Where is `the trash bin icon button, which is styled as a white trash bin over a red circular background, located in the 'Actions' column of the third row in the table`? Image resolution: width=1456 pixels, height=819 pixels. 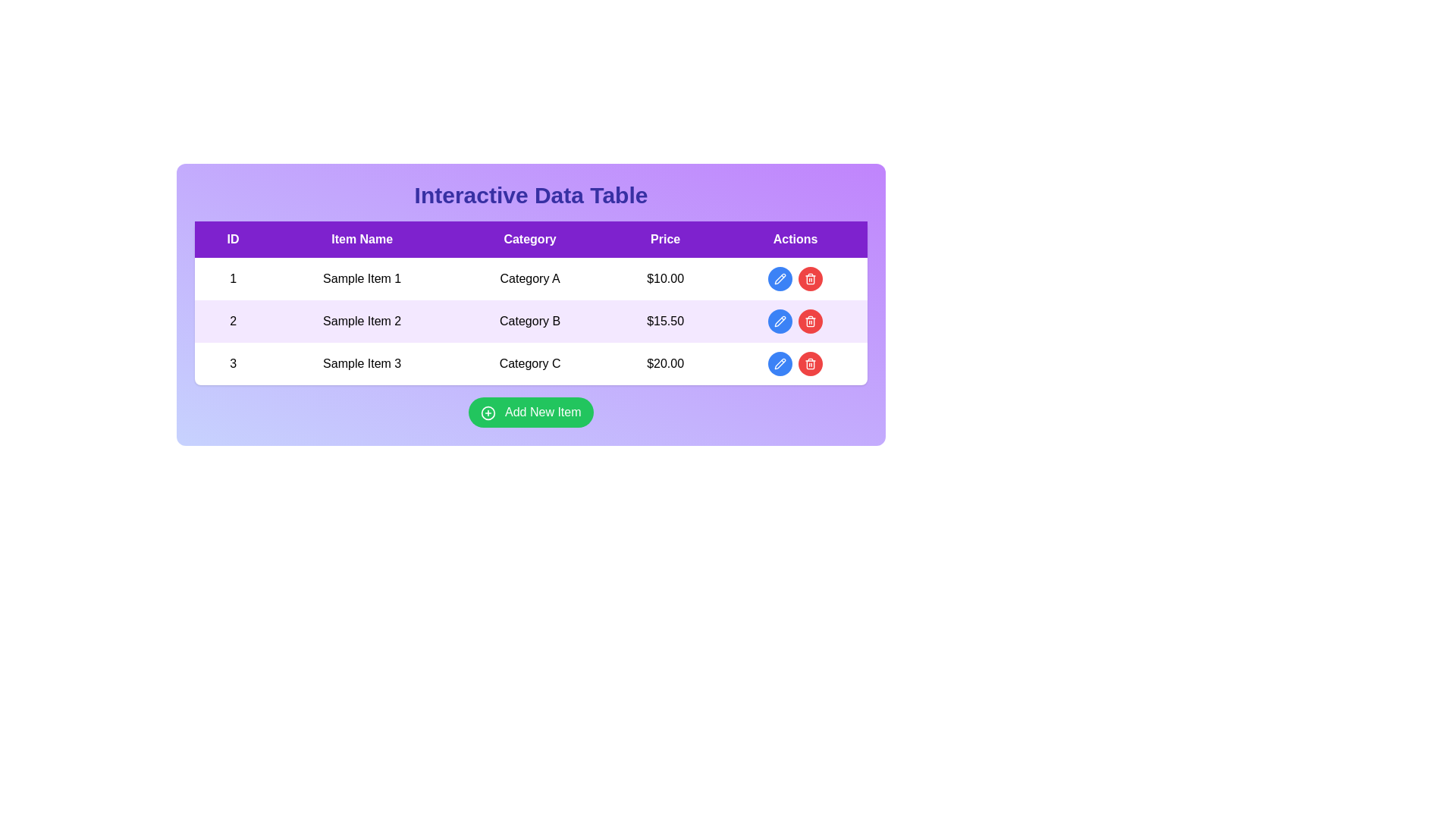
the trash bin icon button, which is styled as a white trash bin over a red circular background, located in the 'Actions' column of the third row in the table is located at coordinates (810, 363).